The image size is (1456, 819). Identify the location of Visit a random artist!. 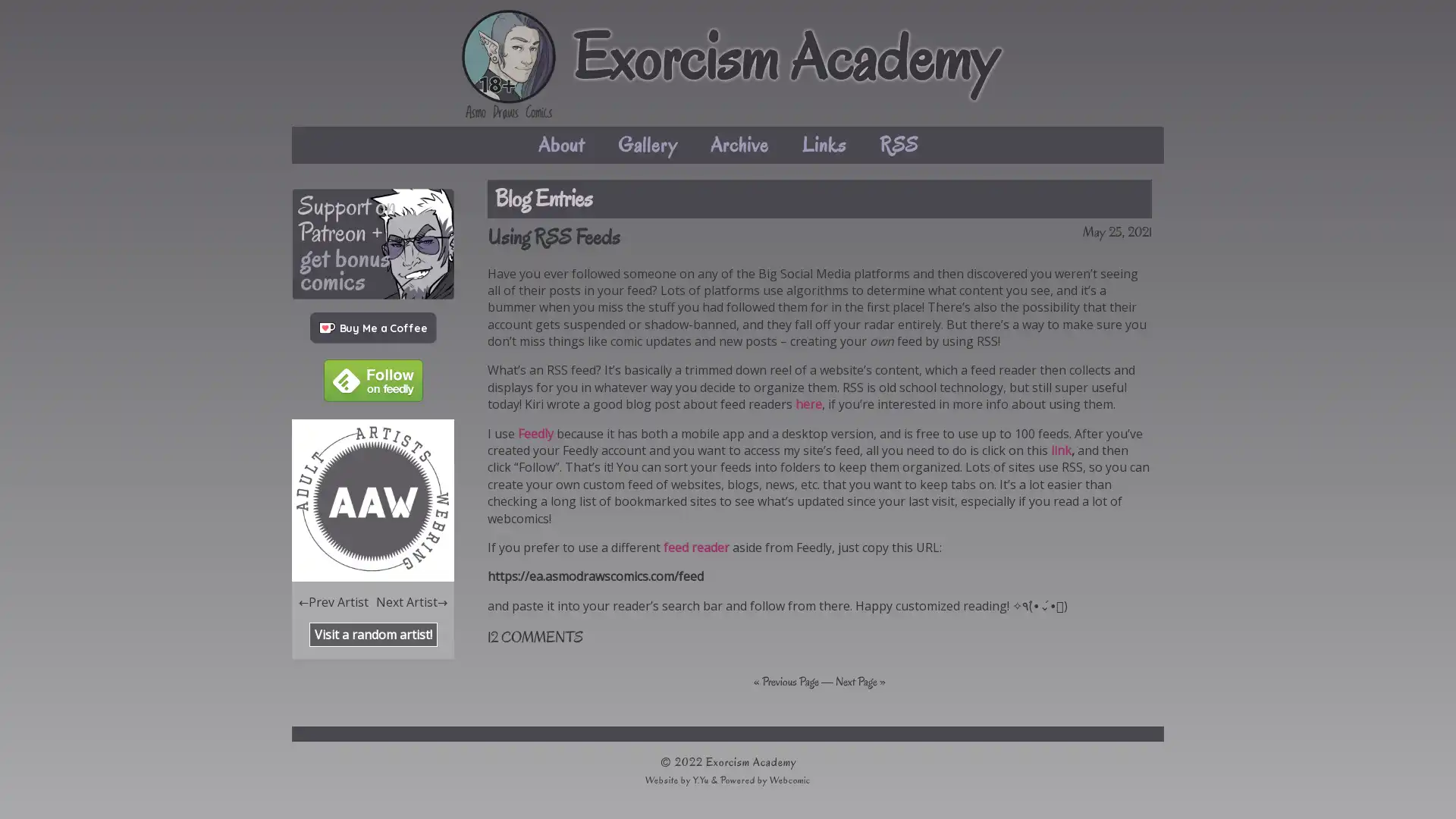
(372, 634).